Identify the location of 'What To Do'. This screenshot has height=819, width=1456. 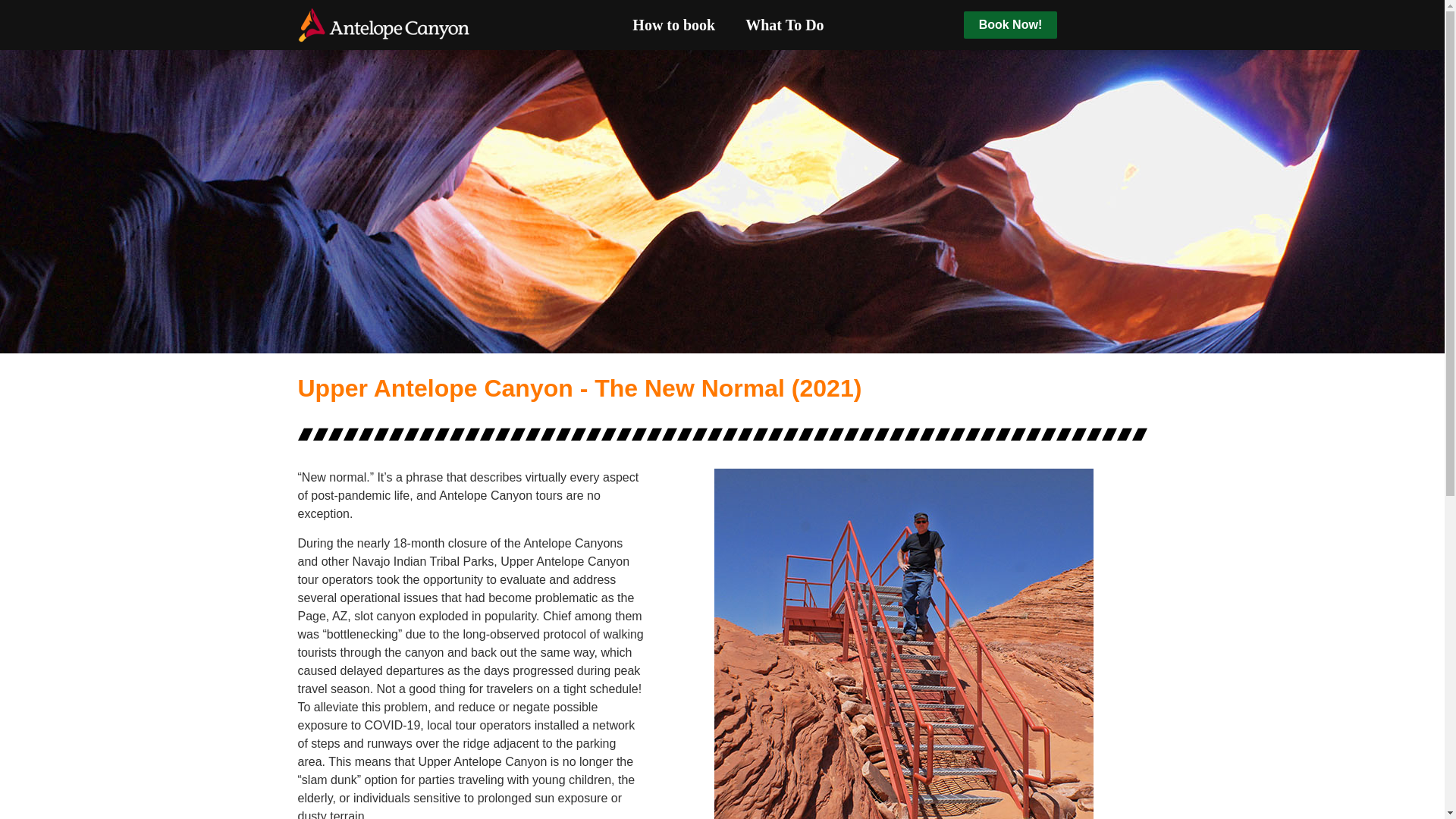
(730, 25).